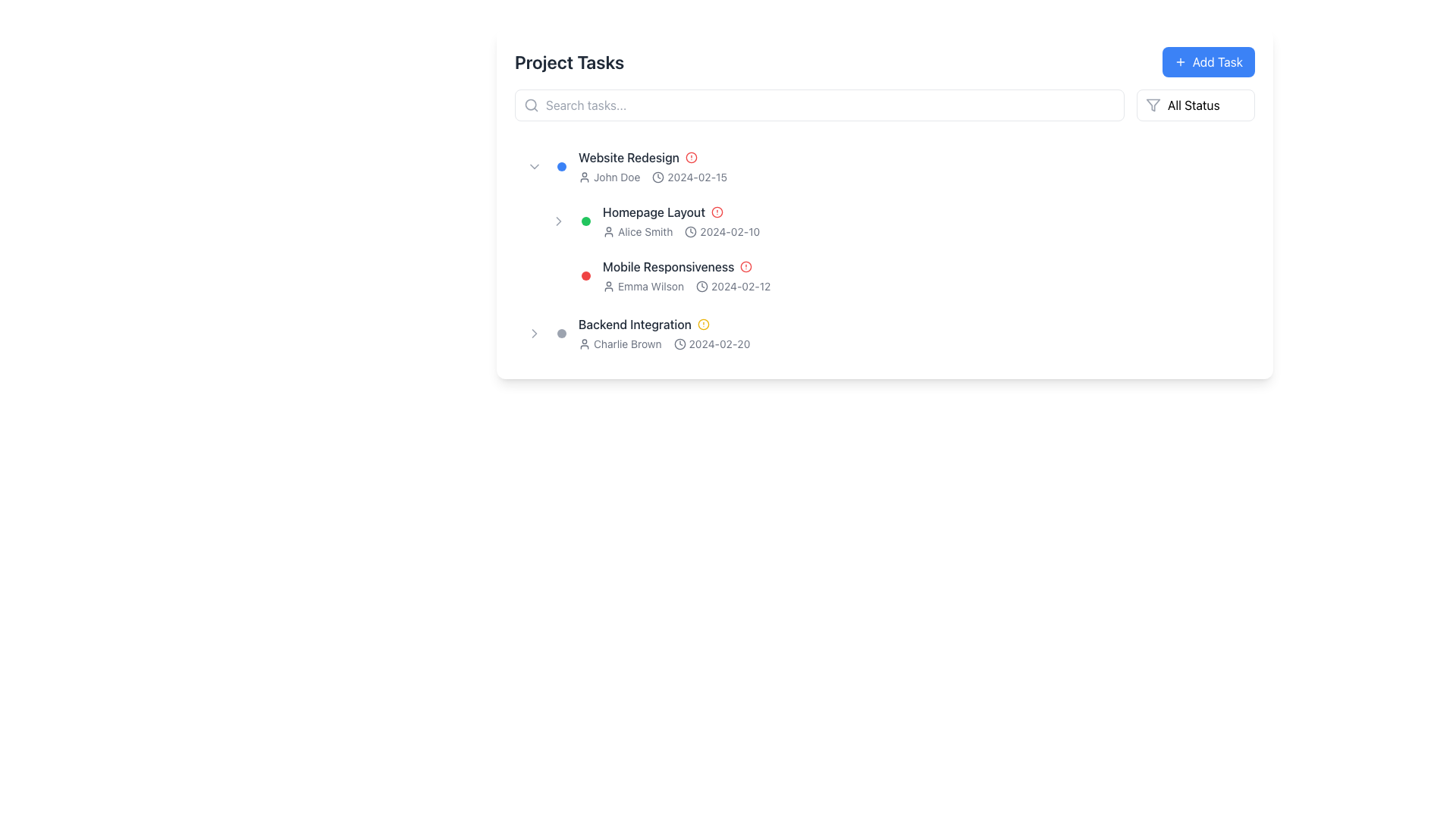 The width and height of the screenshot is (1456, 819). What do you see at coordinates (609, 177) in the screenshot?
I see `the label displaying 'John Doe' with a user icon to its left, located in the task details section` at bounding box center [609, 177].